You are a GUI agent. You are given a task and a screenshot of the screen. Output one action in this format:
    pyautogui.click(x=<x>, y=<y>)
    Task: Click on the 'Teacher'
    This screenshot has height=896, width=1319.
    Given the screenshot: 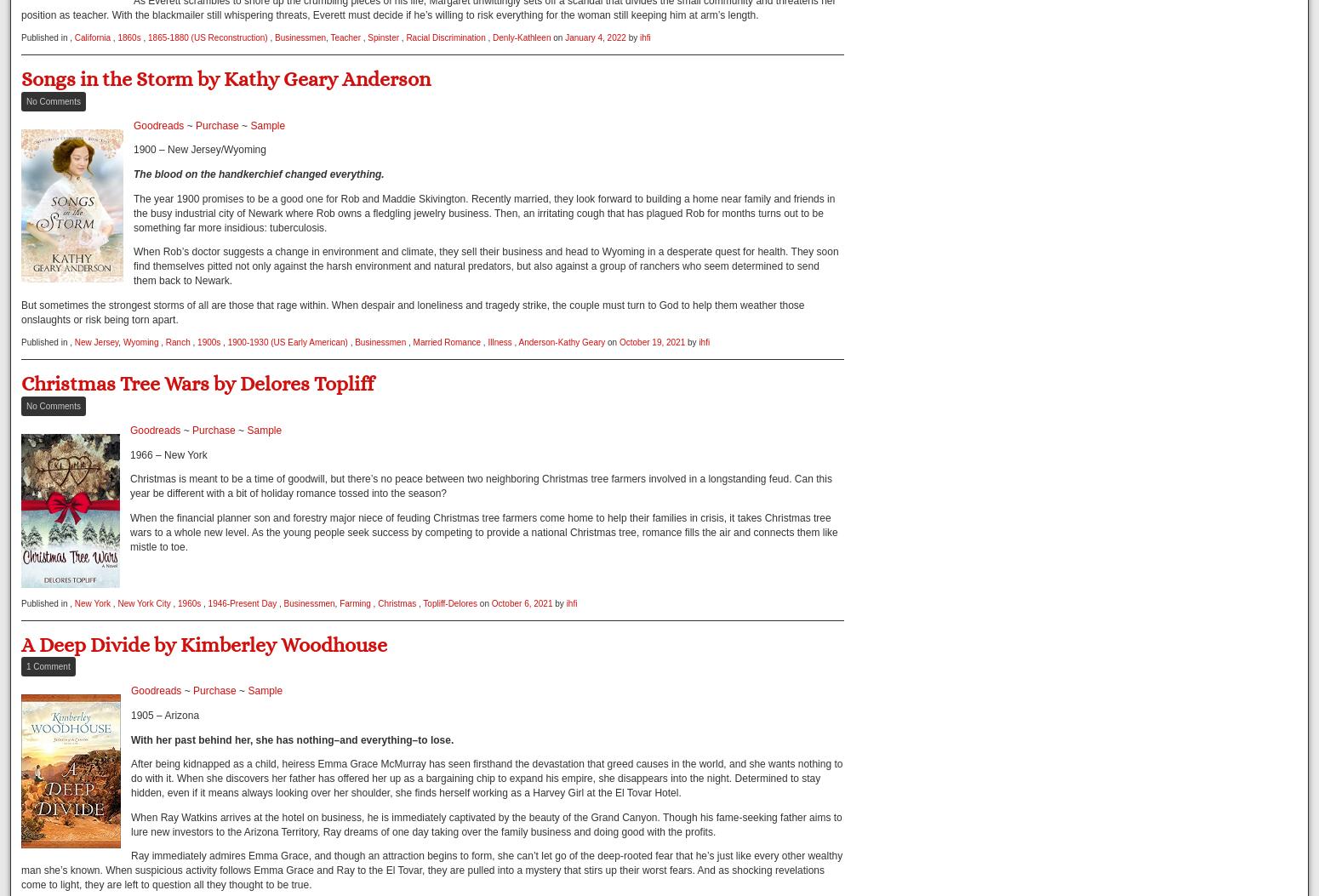 What is the action you would take?
    pyautogui.click(x=328, y=37)
    